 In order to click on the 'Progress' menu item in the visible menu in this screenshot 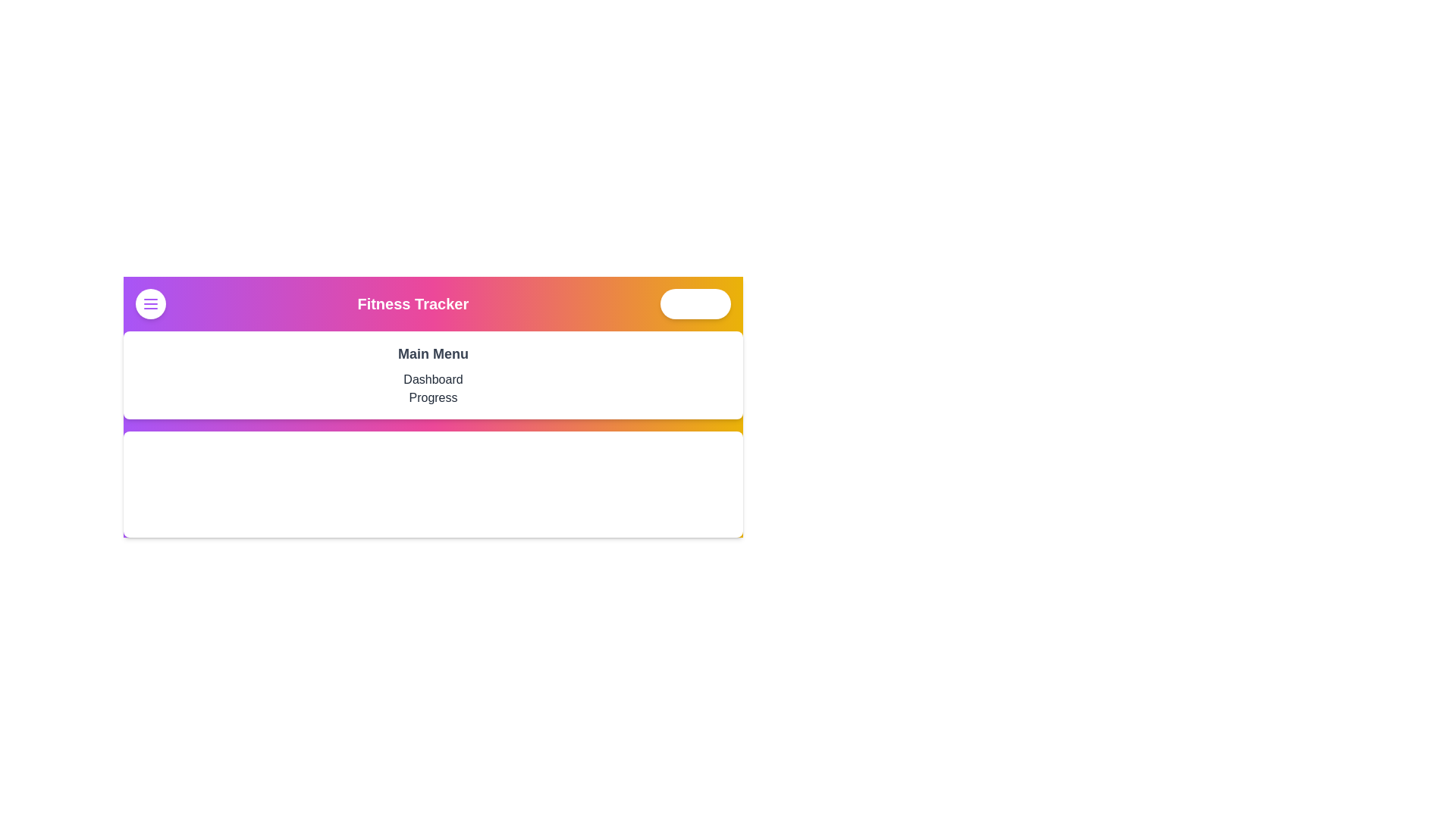, I will do `click(432, 397)`.